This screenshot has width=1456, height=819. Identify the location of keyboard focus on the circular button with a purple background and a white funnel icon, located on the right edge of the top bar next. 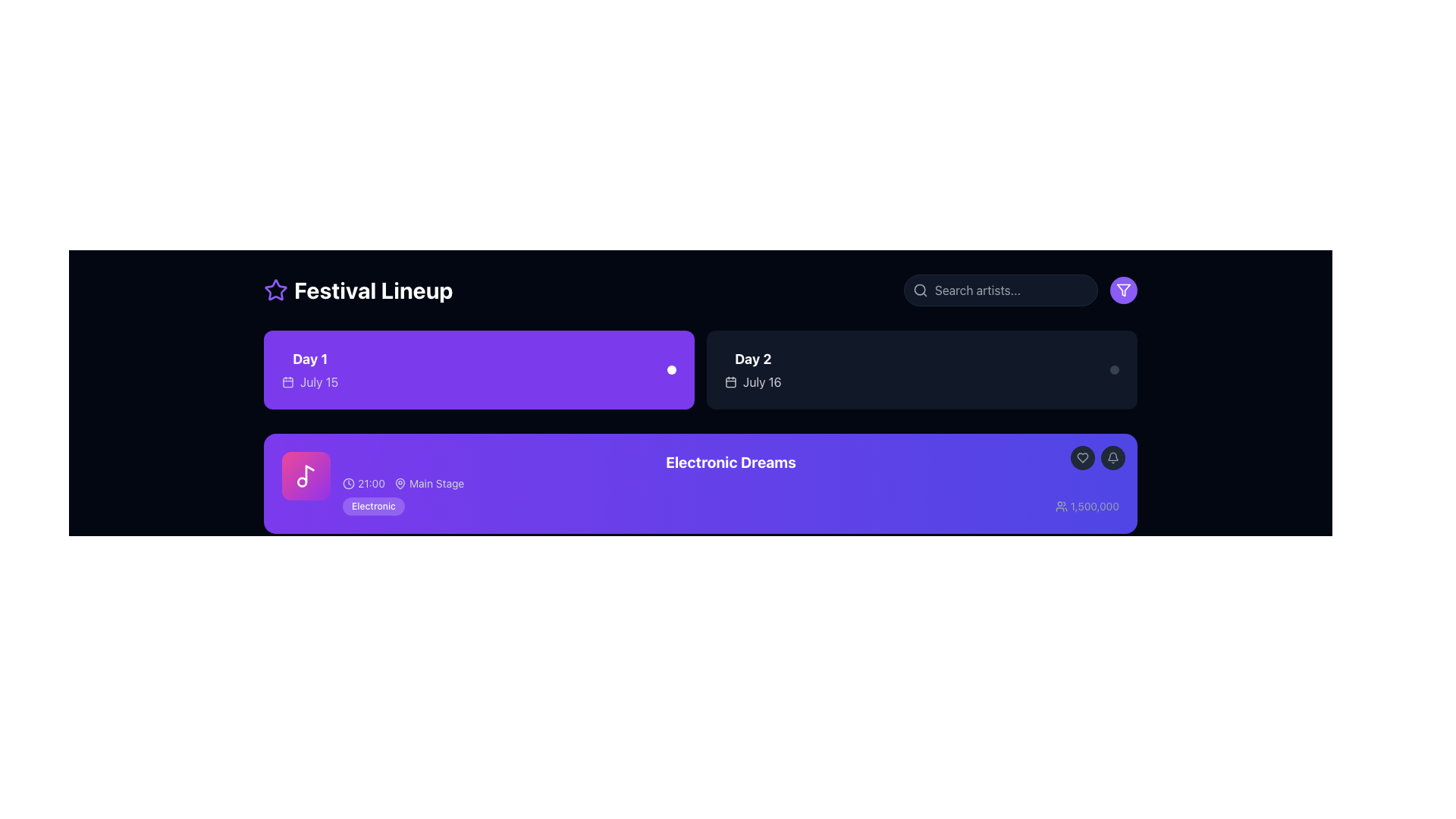
(1124, 290).